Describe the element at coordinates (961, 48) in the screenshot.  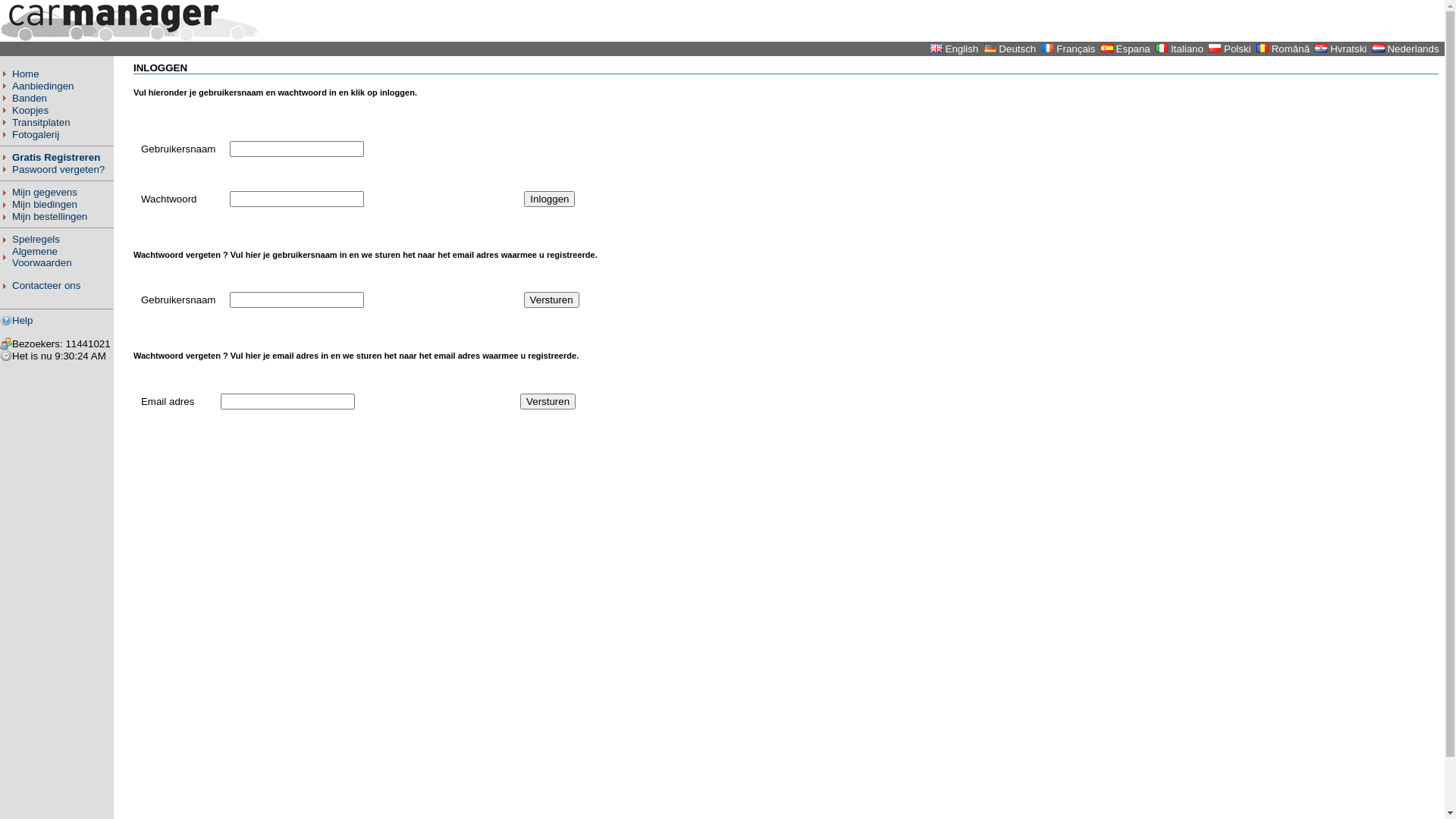
I see `'English'` at that location.